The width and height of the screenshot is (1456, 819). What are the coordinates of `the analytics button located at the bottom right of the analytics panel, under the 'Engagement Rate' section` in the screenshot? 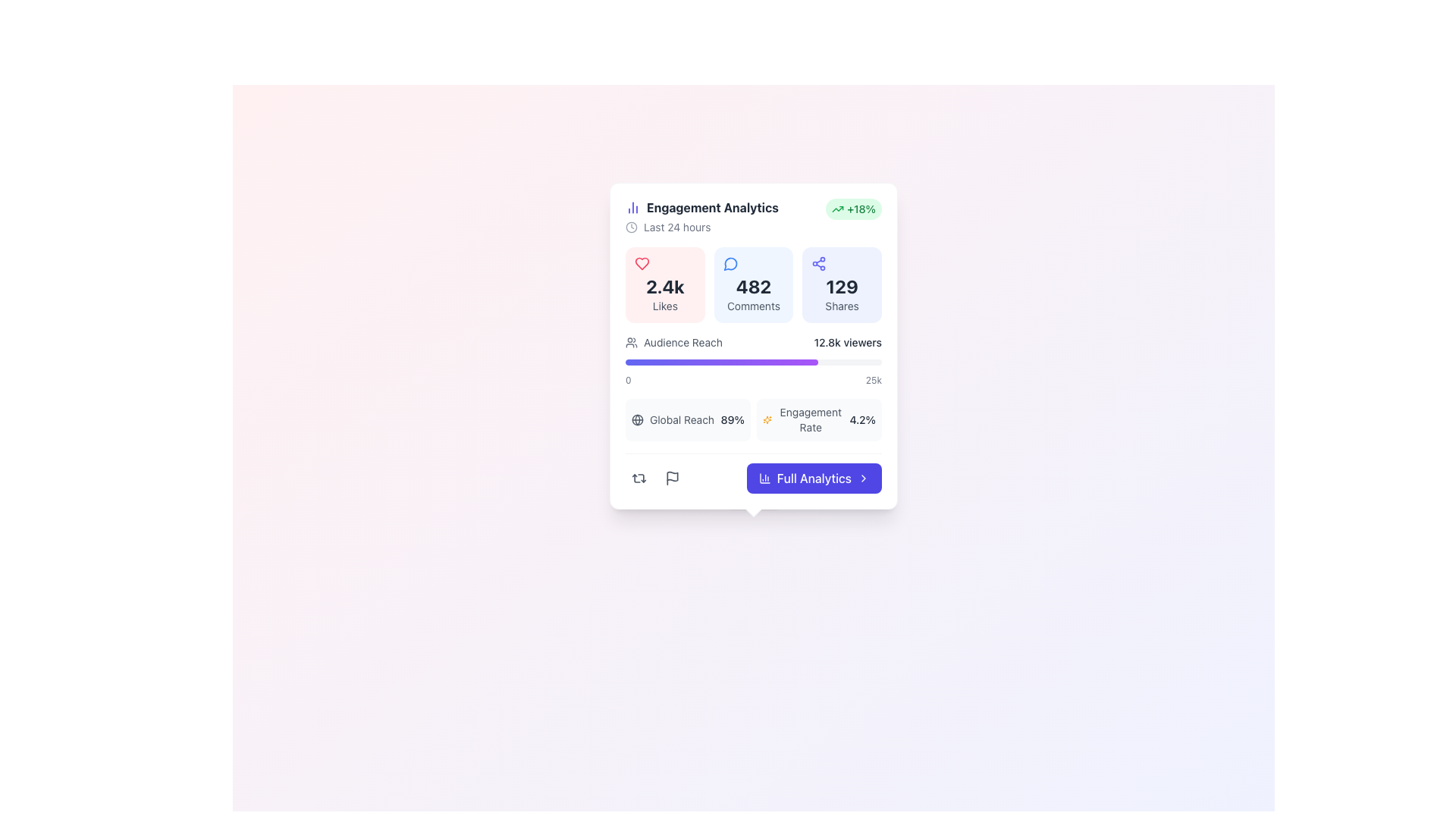 It's located at (753, 472).